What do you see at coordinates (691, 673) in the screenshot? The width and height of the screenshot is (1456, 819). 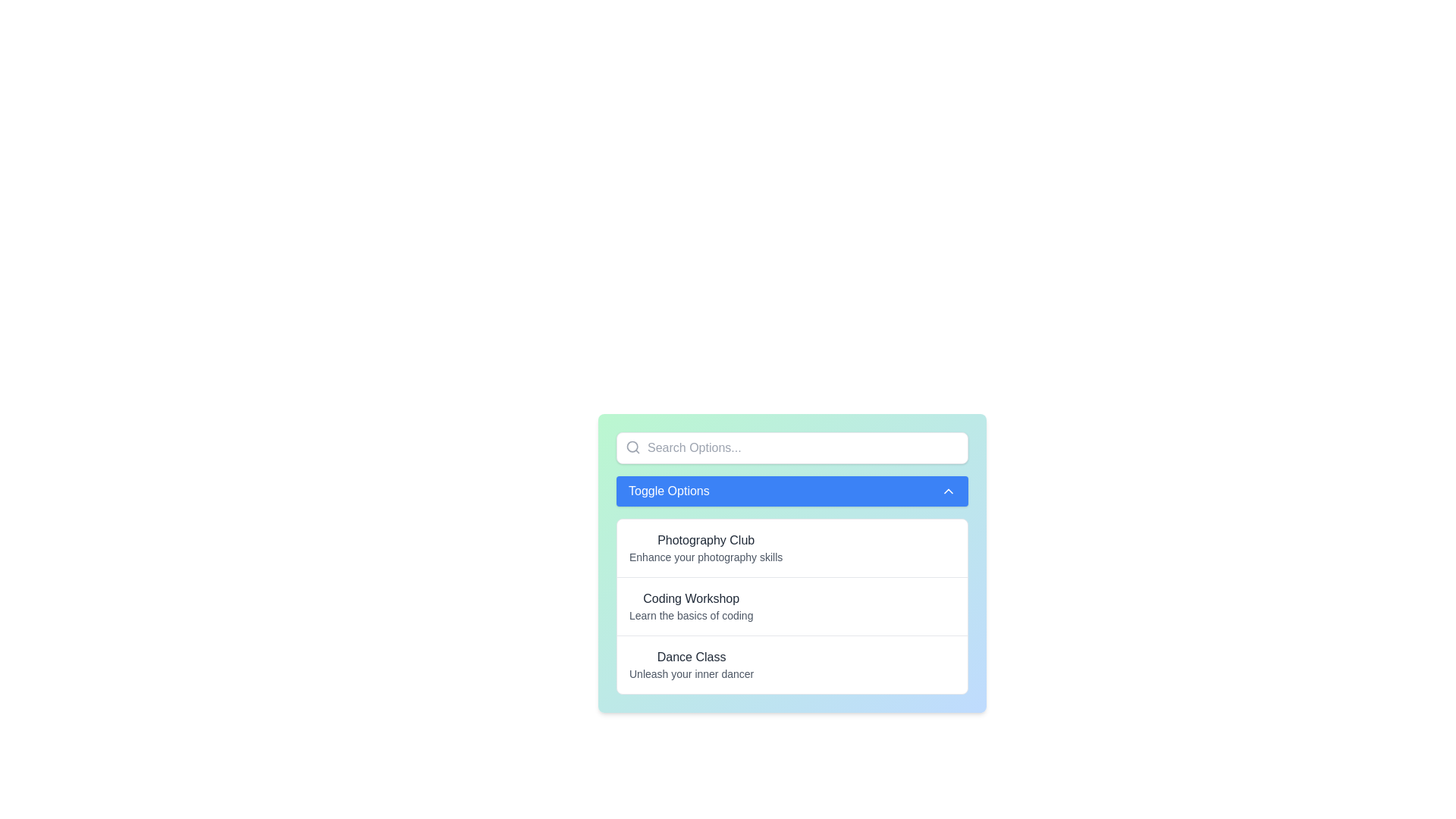 I see `the descriptive text label located below the 'Dance Class' title in the card-like section of the interface` at bounding box center [691, 673].